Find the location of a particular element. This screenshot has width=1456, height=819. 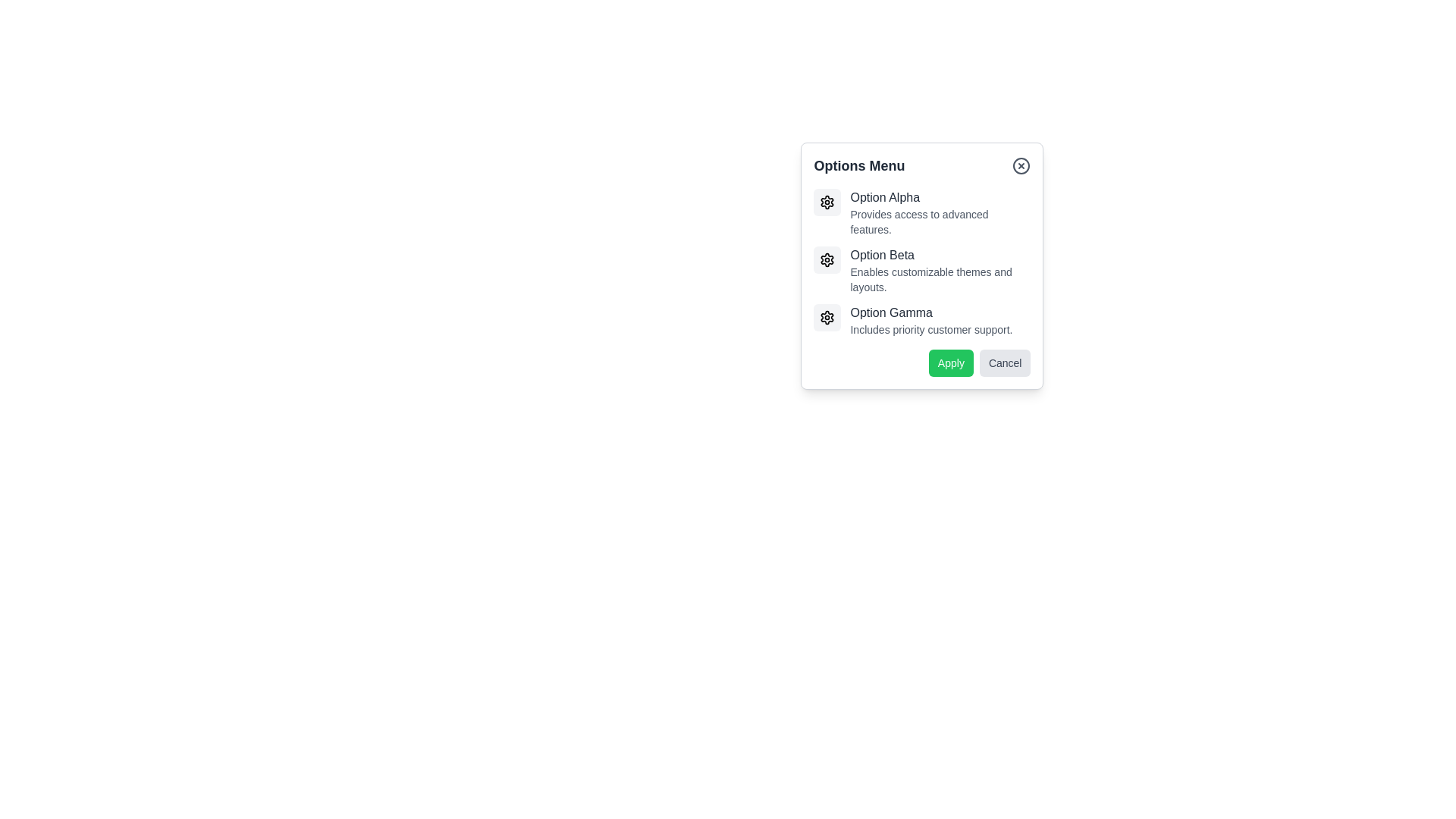

displayed text of the third item in the vertically aligned options list within the 'Options Menu' modal, which provides information about the 'Option Gamma' selection and its priority customer support is located at coordinates (930, 320).